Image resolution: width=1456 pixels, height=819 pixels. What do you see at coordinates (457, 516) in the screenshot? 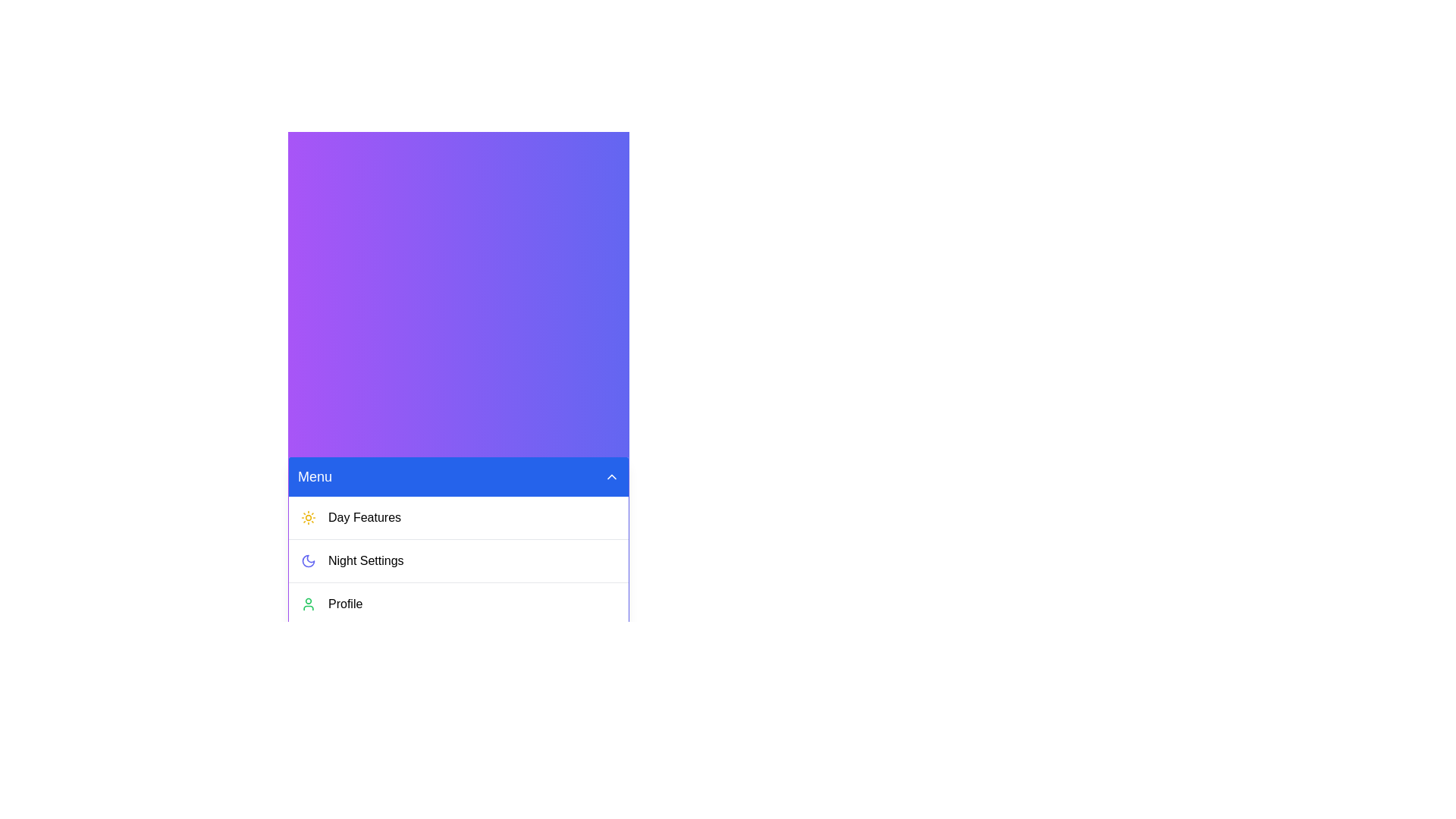
I see `the 'Day Features' menu item` at bounding box center [457, 516].